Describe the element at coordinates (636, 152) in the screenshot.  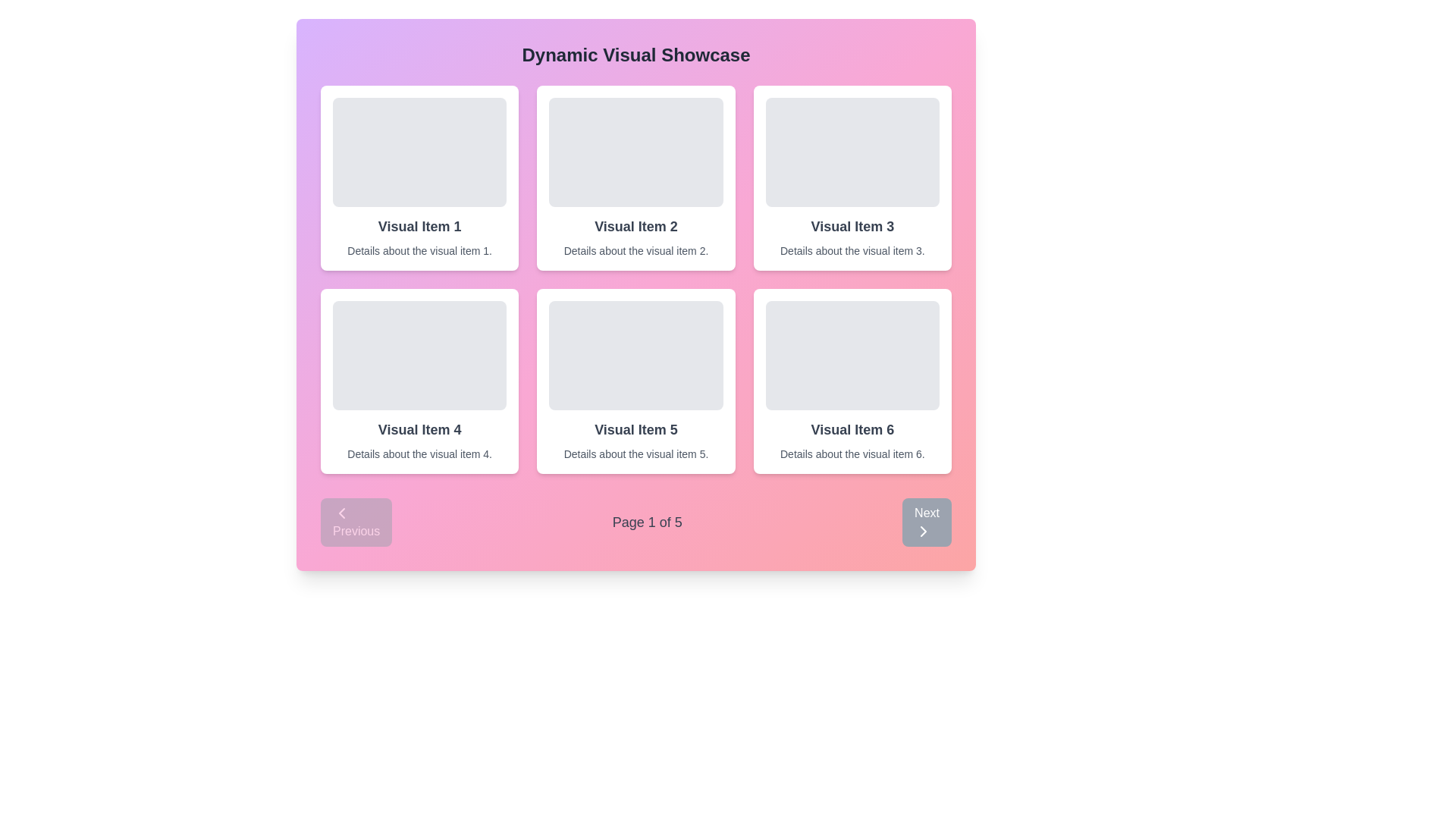
I see `the light gray rectangular Visual Placeholder located above the text 'Visual Item 2' in the middle row of the grid layout` at that location.